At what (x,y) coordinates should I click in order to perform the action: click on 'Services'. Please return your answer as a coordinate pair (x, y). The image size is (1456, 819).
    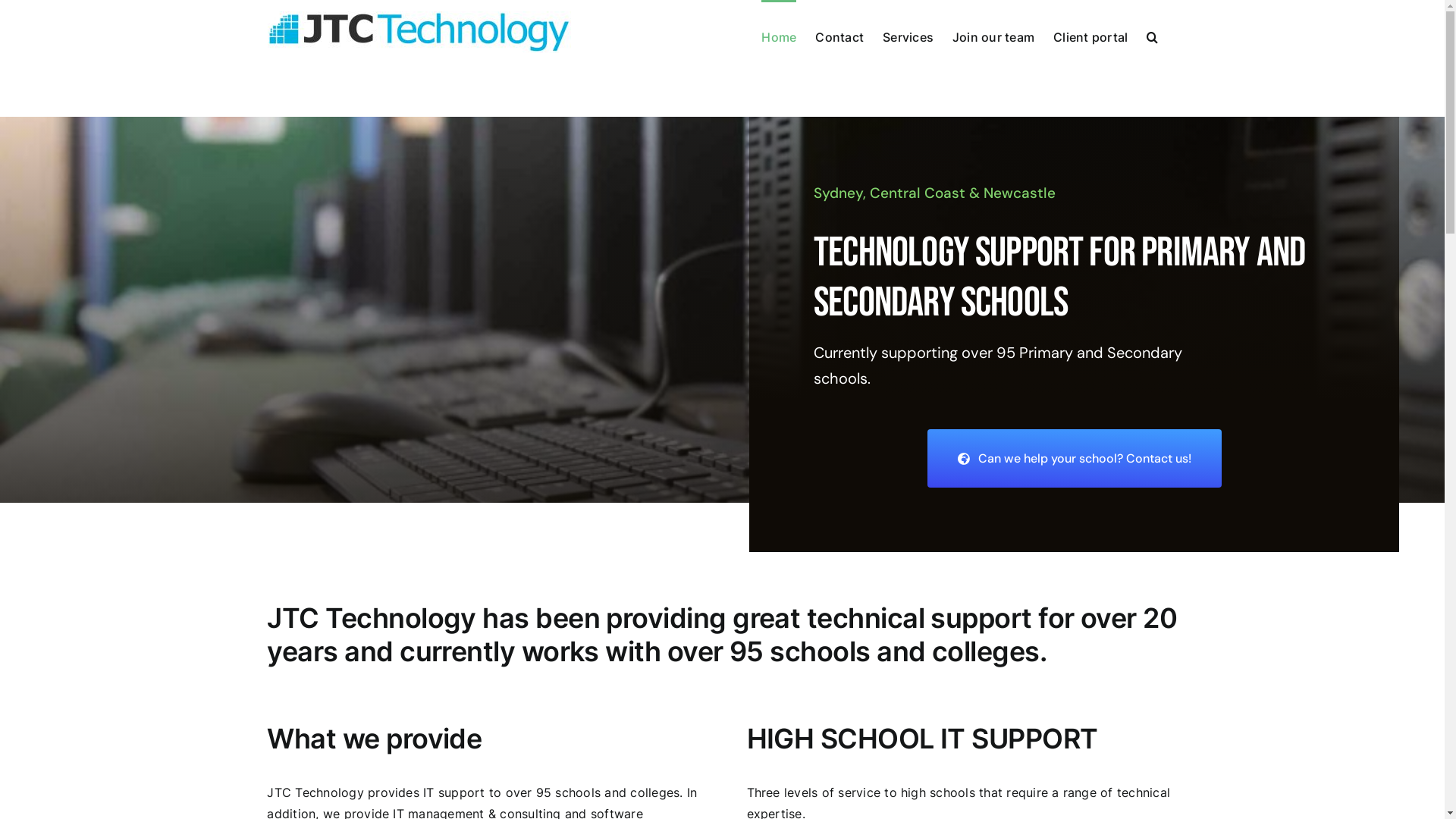
    Looking at the image, I should click on (882, 34).